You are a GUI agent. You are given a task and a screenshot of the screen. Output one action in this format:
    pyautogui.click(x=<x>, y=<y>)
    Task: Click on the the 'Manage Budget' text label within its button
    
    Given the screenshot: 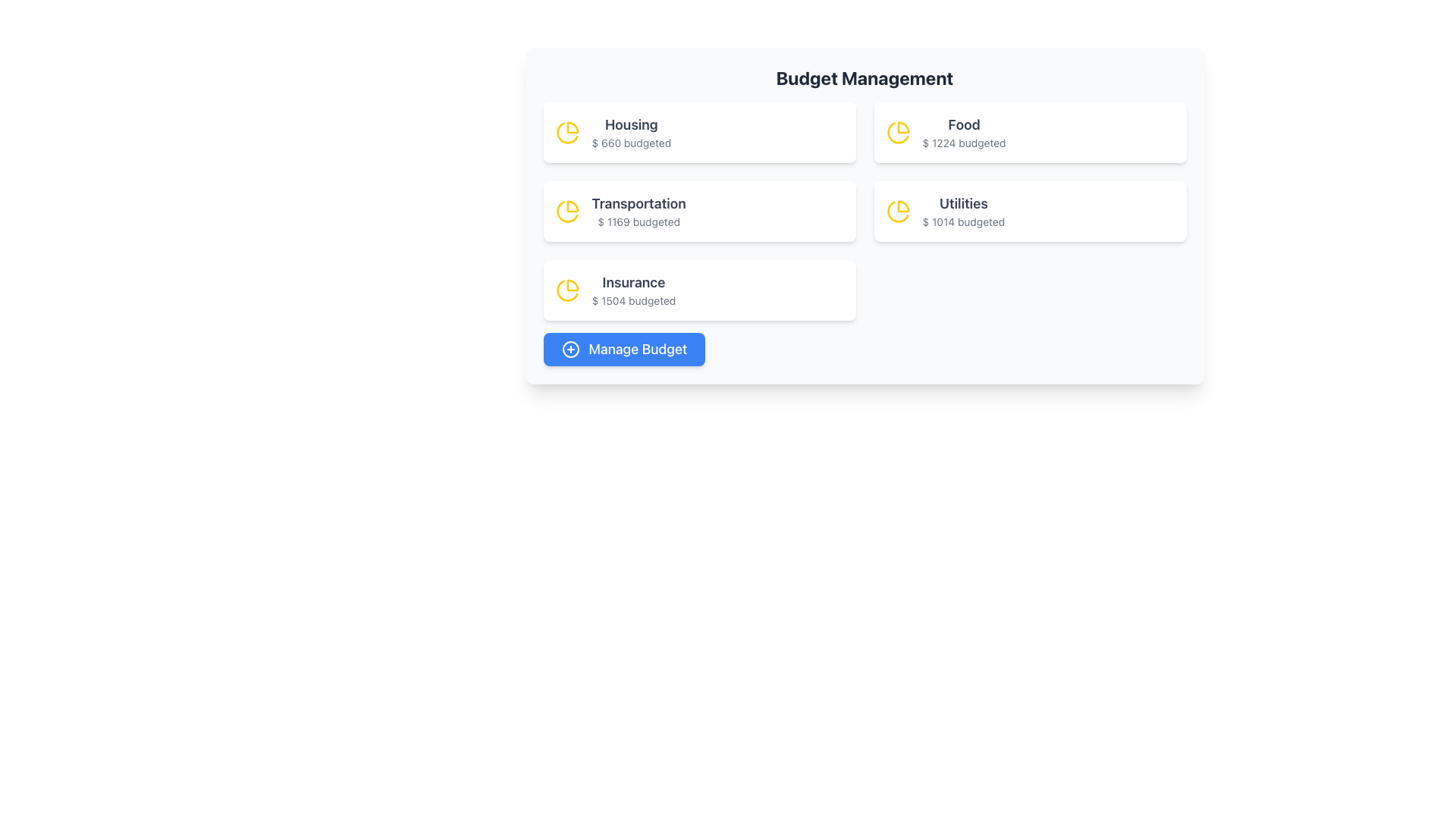 What is the action you would take?
    pyautogui.click(x=638, y=350)
    